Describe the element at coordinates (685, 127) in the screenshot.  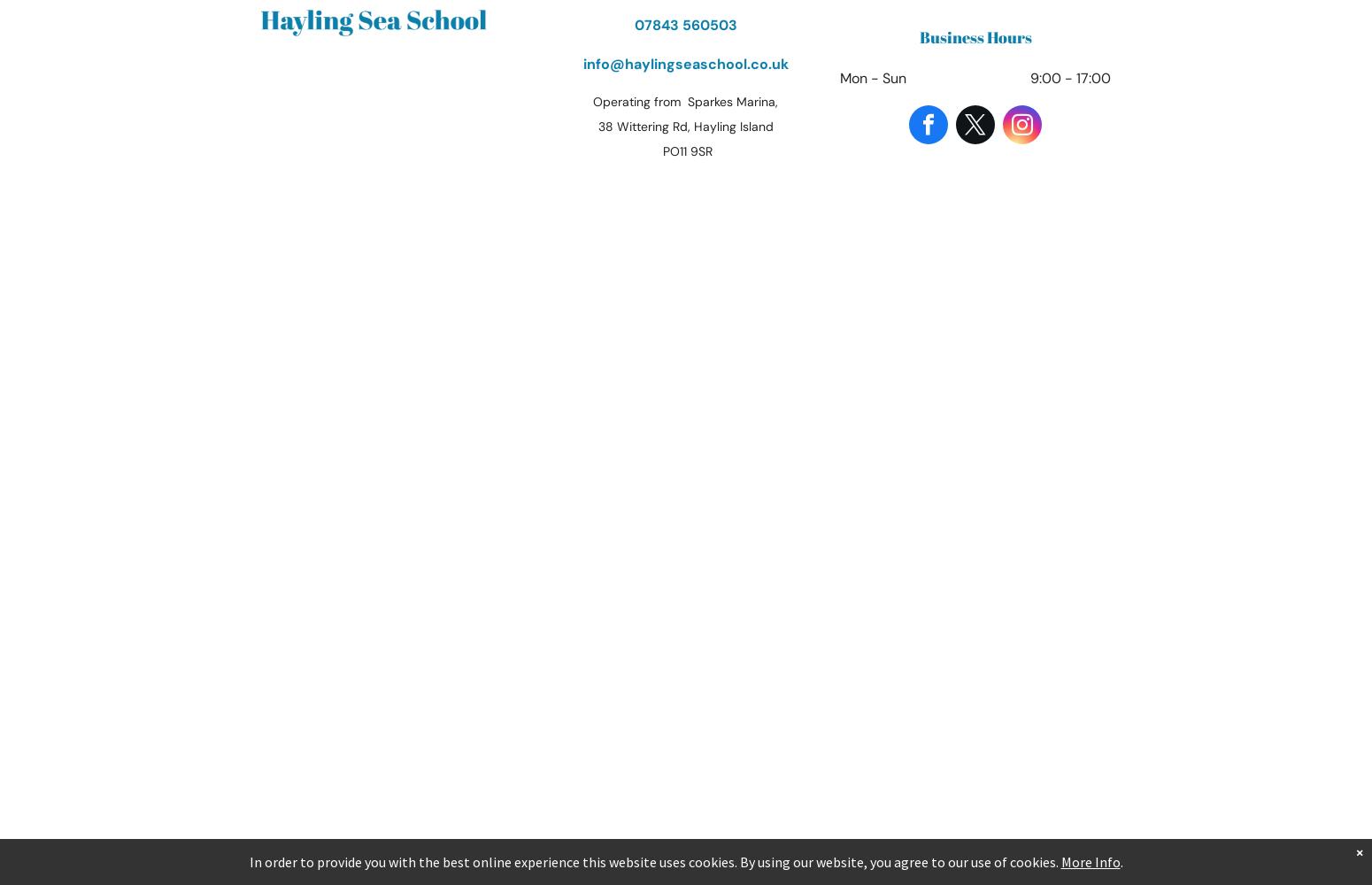
I see `'38 Wittering Rd, Hayling Island'` at that location.